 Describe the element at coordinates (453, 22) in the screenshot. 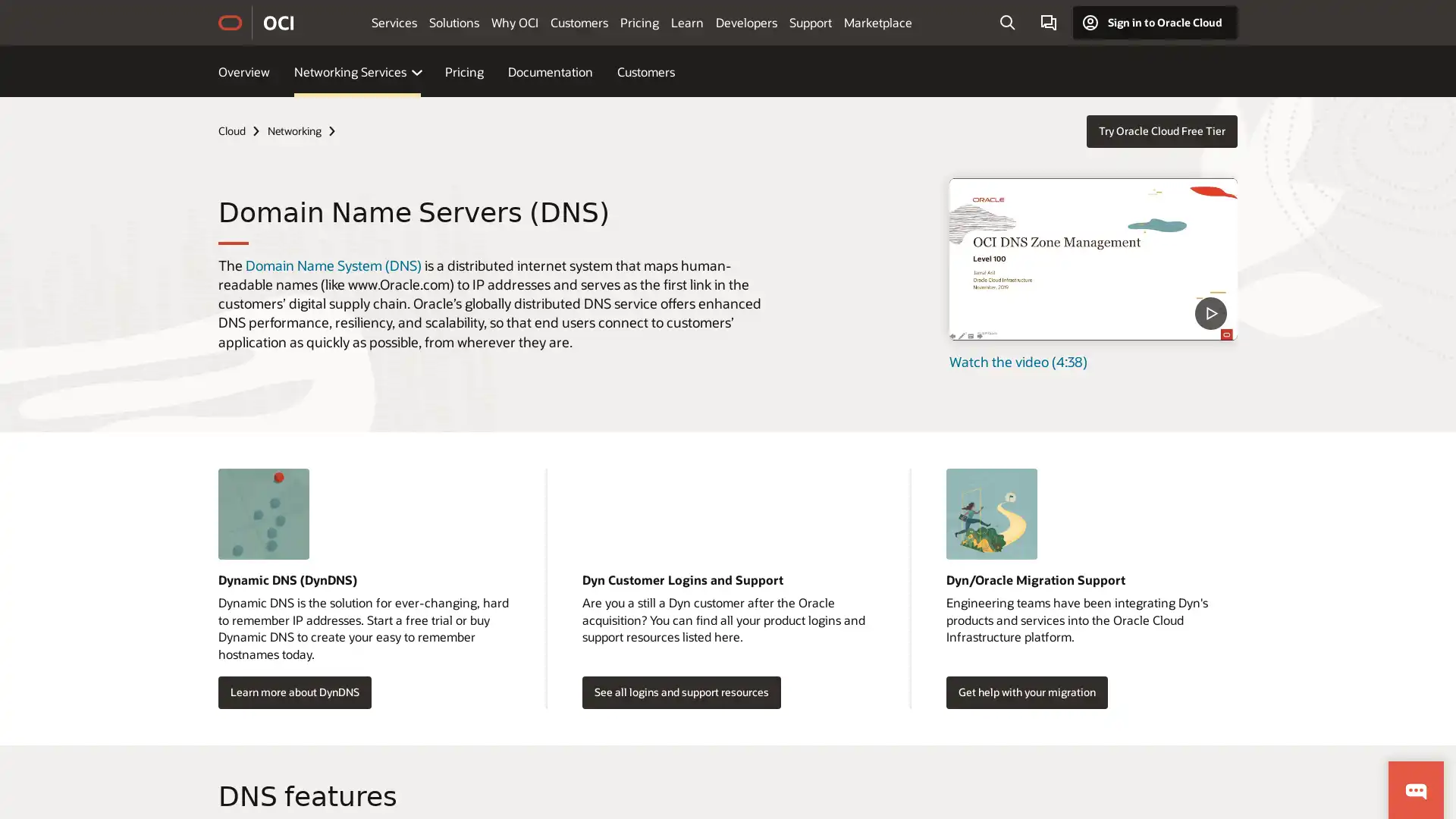

I see `Solutions` at that location.